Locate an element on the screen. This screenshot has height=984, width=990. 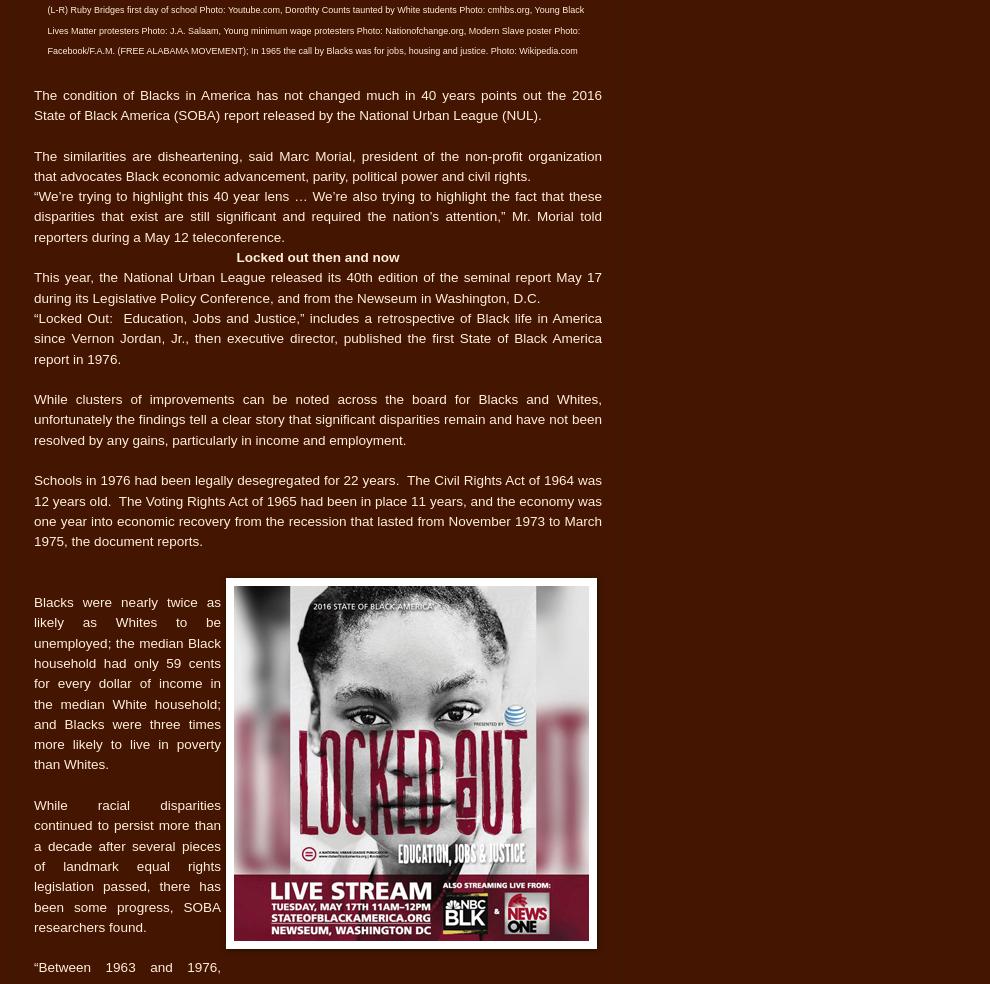
'This year, the National Urban League released its 40th edition of the seminal report May 17 during its Legislative Policy Conference, and from the Newseum in Washington, D.C.' is located at coordinates (316, 286).